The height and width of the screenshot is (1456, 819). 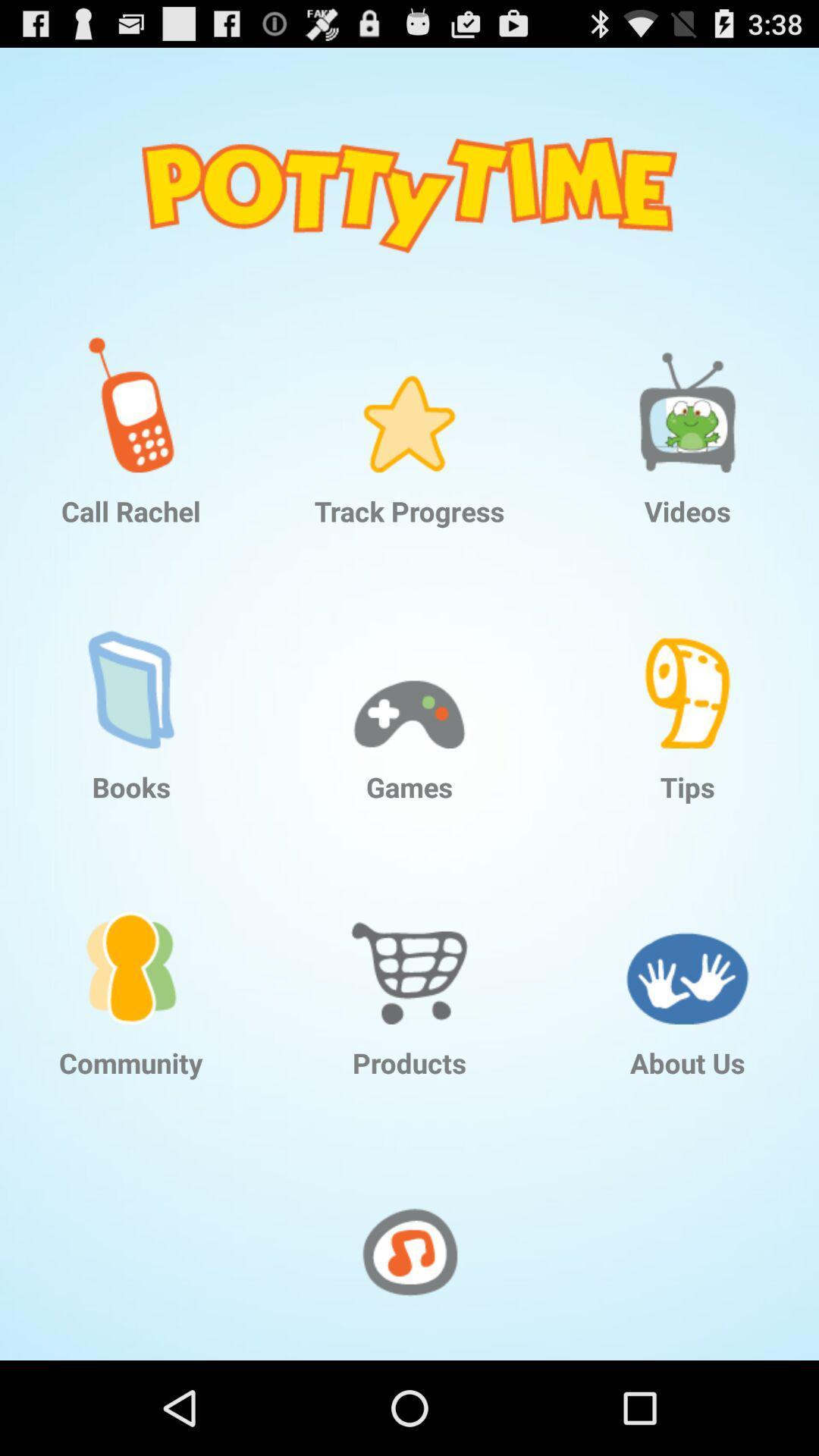 What do you see at coordinates (409, 393) in the screenshot?
I see `app above the track progress app` at bounding box center [409, 393].